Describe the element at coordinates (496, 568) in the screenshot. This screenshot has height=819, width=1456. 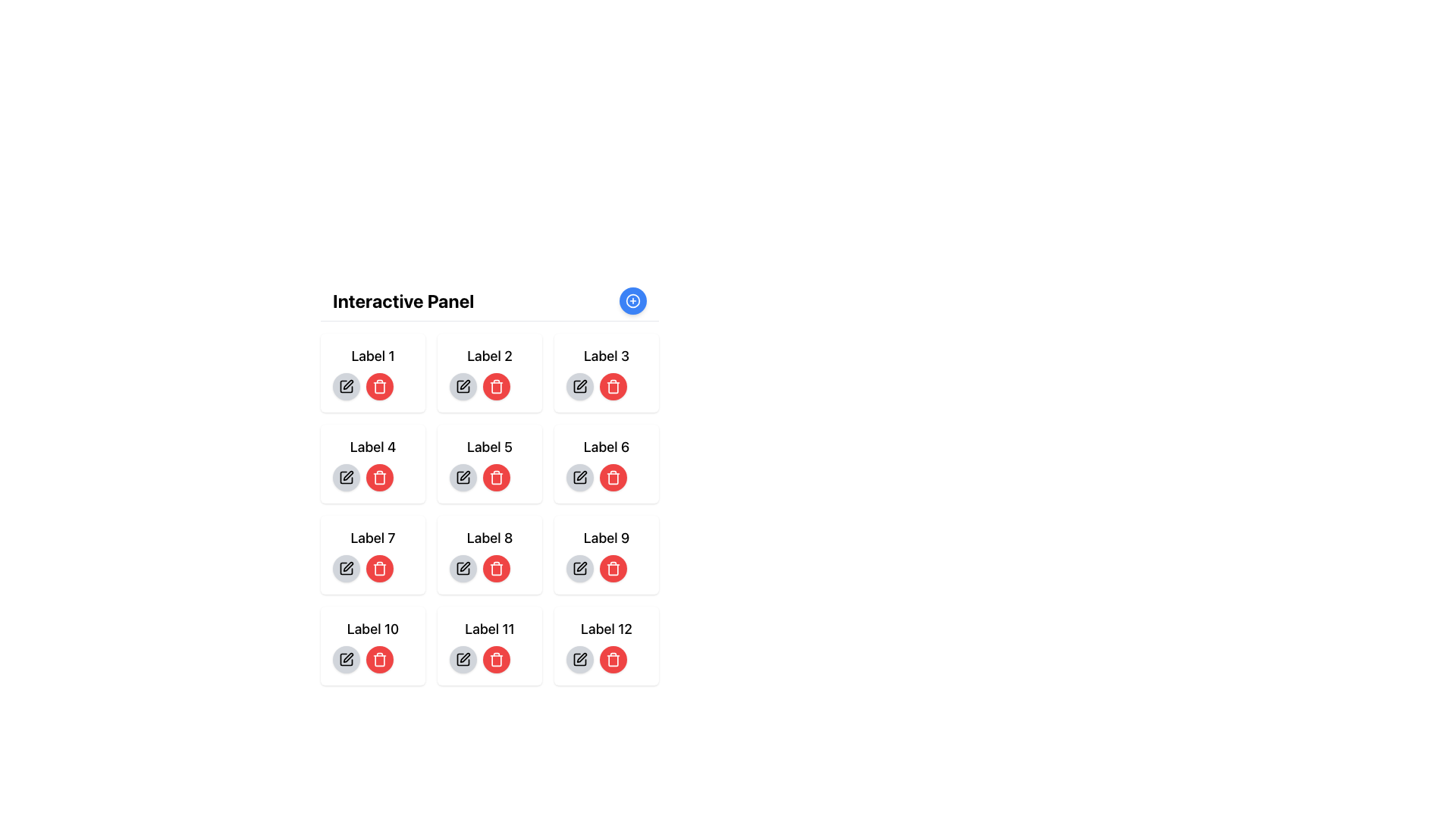
I see `the delete icon button located in the grid layout associated with 'Label 8'` at that location.